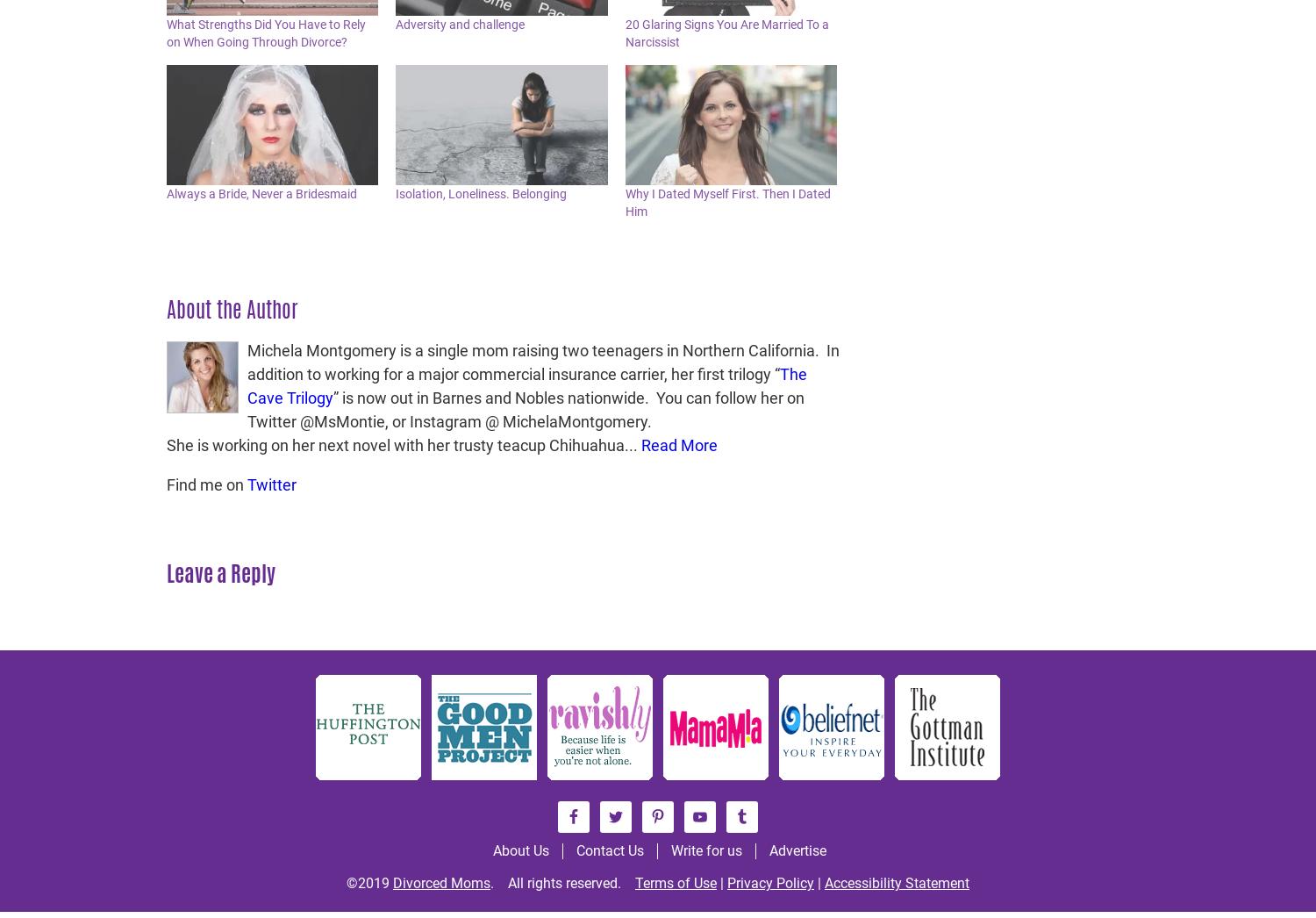  I want to click on 'About the Author', so click(232, 309).